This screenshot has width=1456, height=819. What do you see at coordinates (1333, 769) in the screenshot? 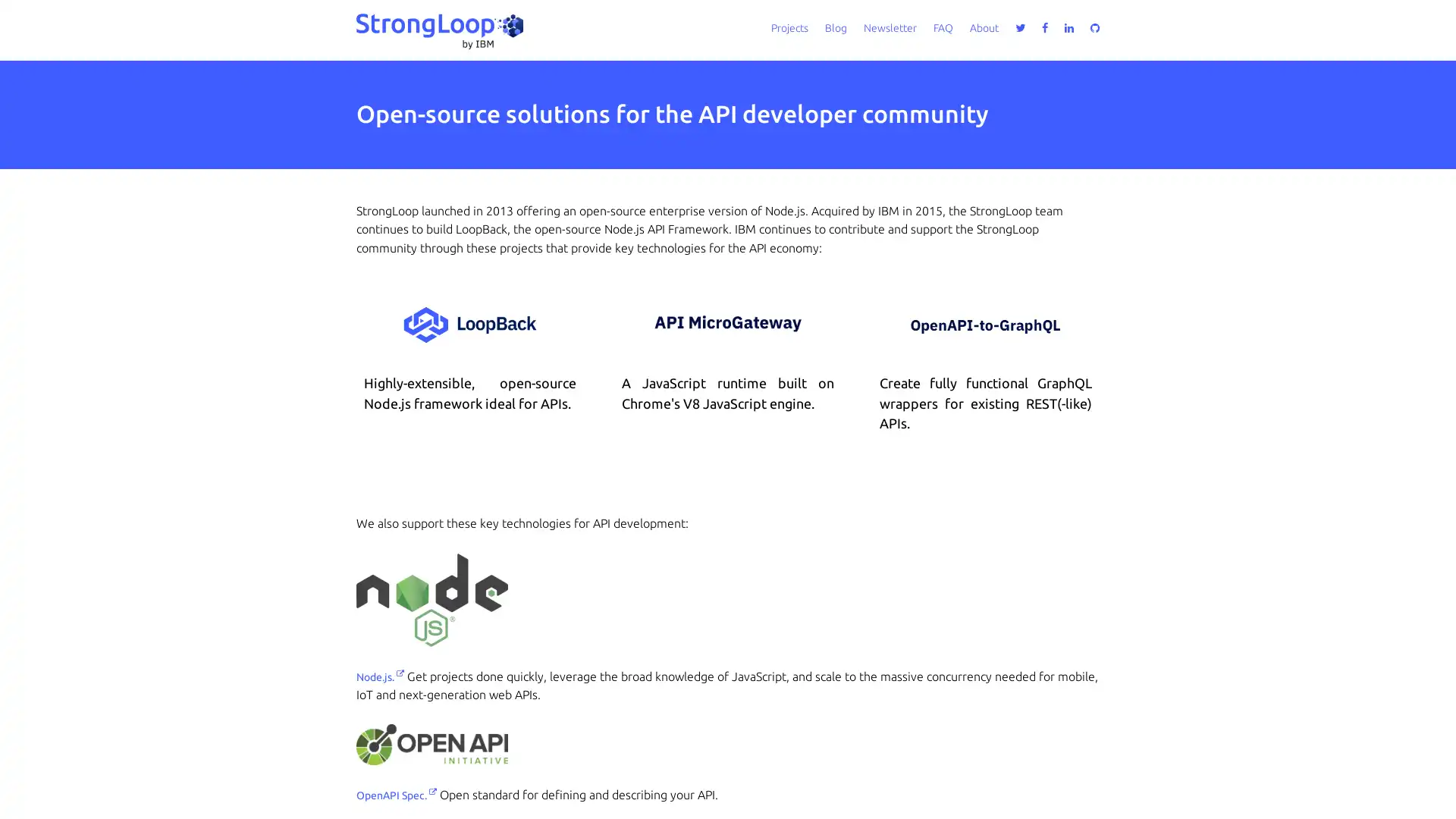
I see `Do not sell my personal information` at bounding box center [1333, 769].